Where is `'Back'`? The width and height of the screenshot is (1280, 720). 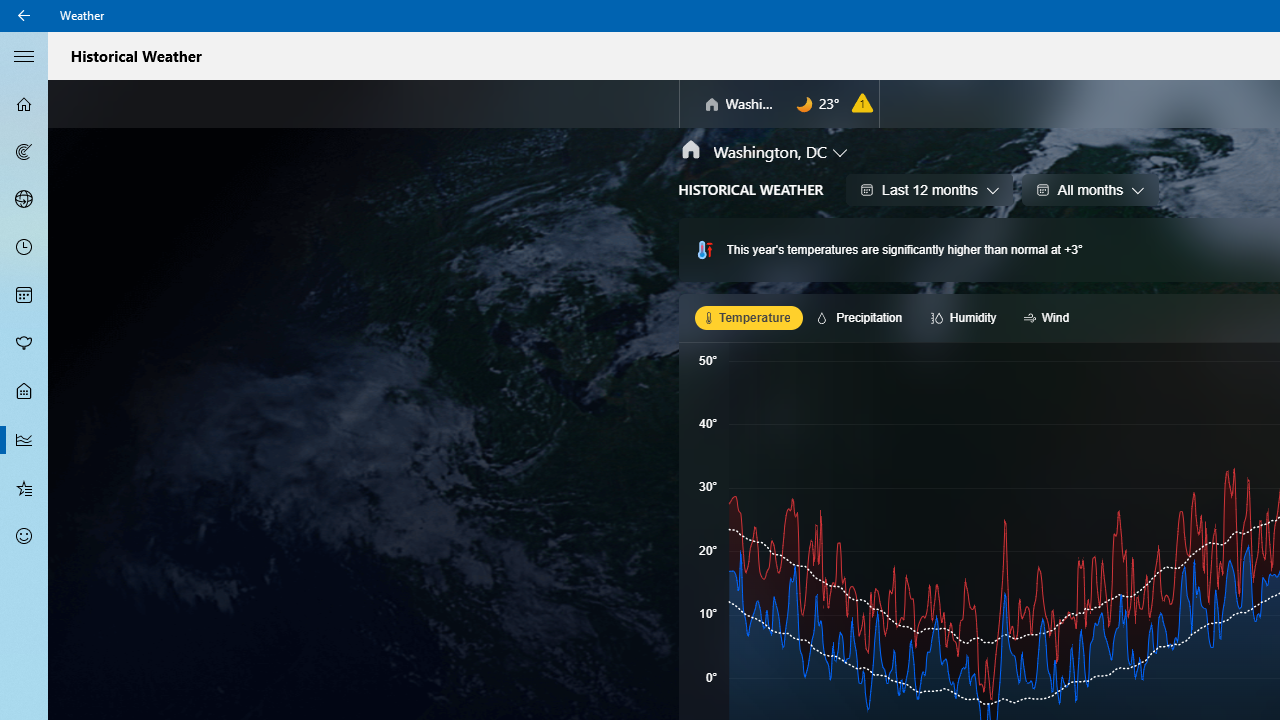 'Back' is located at coordinates (24, 15).